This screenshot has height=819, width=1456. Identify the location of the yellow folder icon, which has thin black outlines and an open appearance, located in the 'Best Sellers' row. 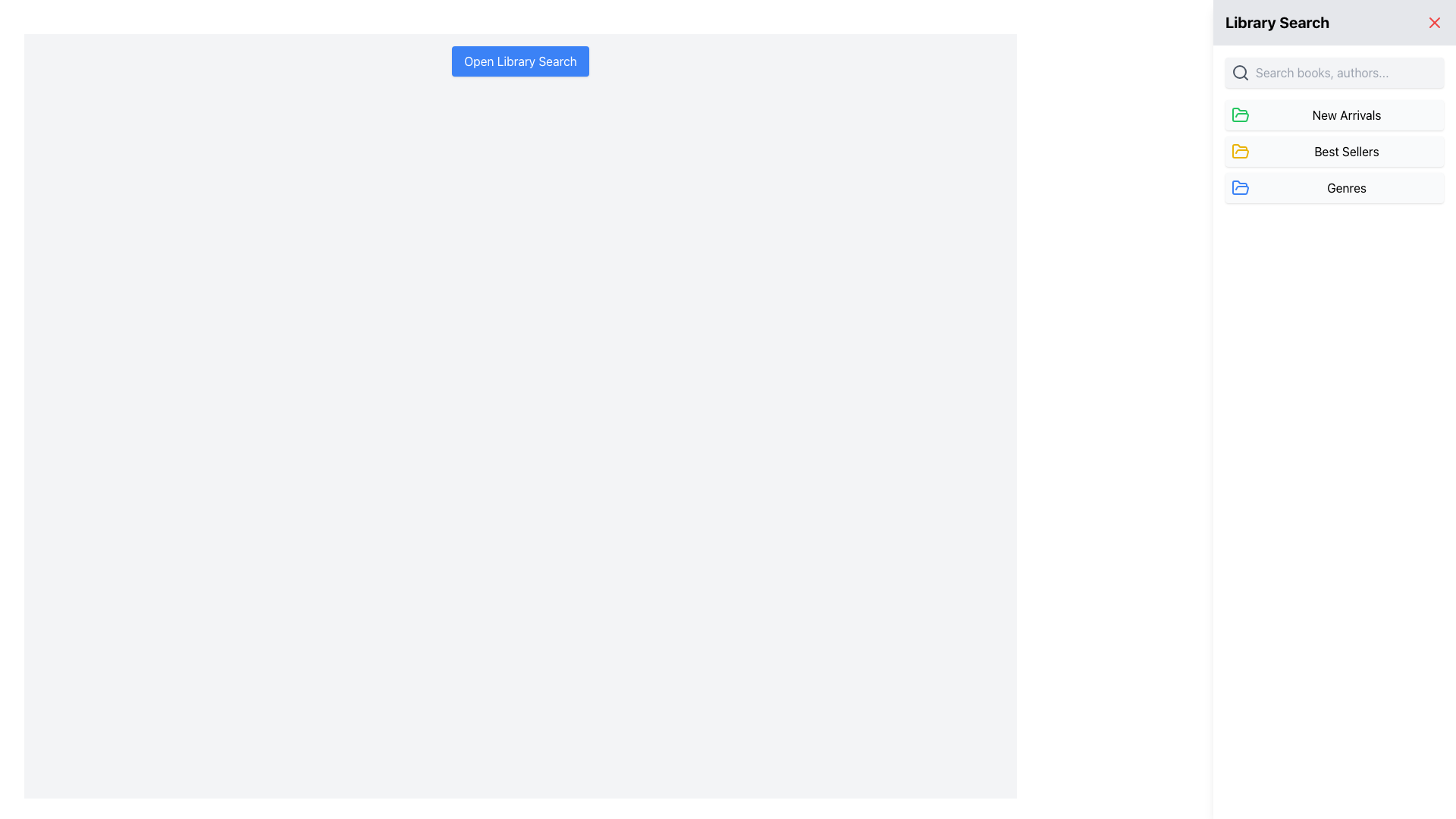
(1241, 152).